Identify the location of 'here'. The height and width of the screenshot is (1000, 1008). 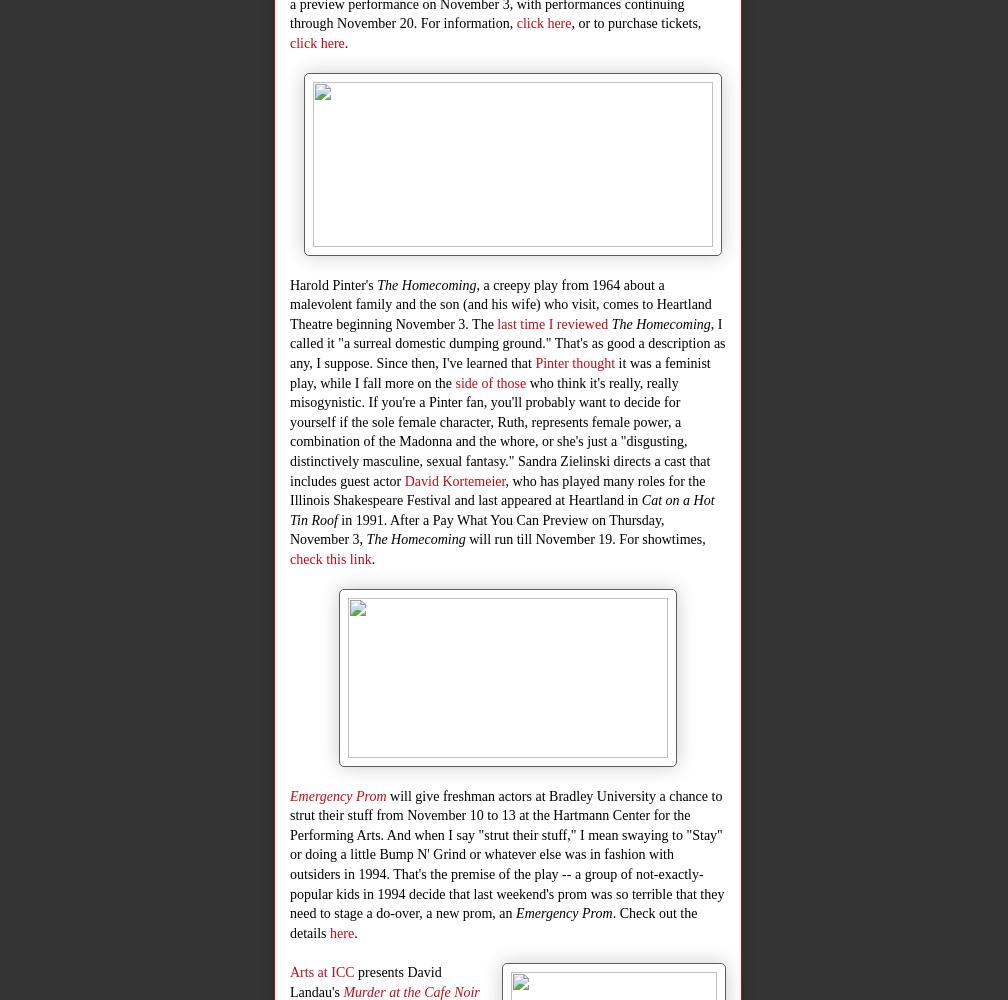
(342, 932).